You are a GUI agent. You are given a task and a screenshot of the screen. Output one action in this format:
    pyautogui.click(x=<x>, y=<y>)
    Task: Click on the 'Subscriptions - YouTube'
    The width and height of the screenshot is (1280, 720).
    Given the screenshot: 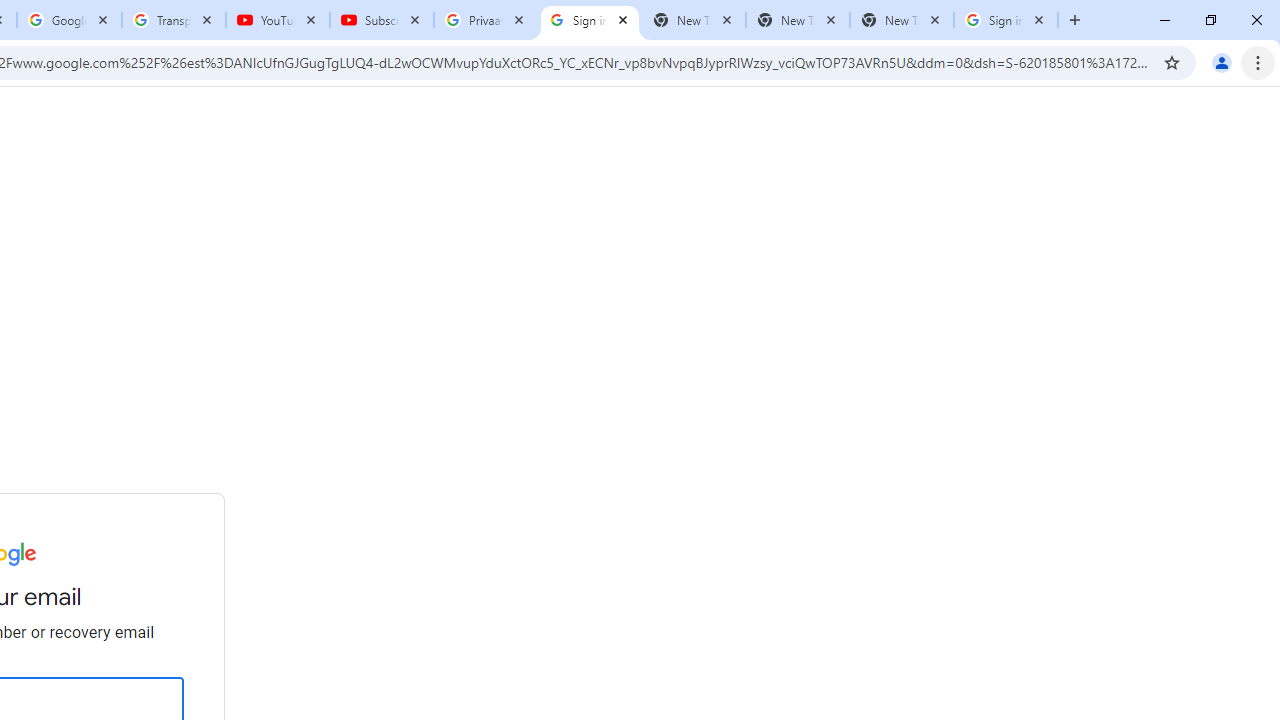 What is the action you would take?
    pyautogui.click(x=382, y=20)
    